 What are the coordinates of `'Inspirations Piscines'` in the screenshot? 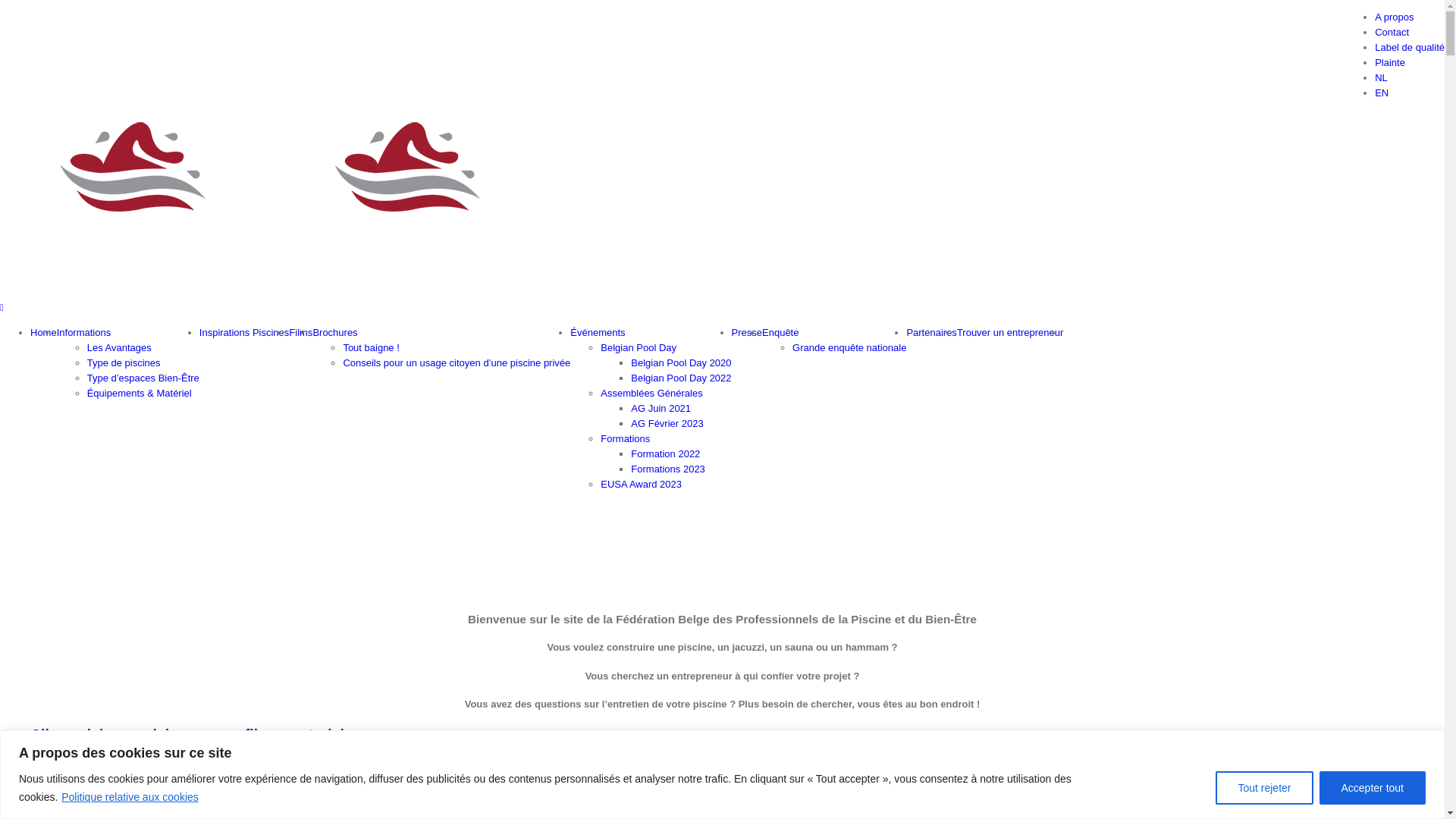 It's located at (244, 331).